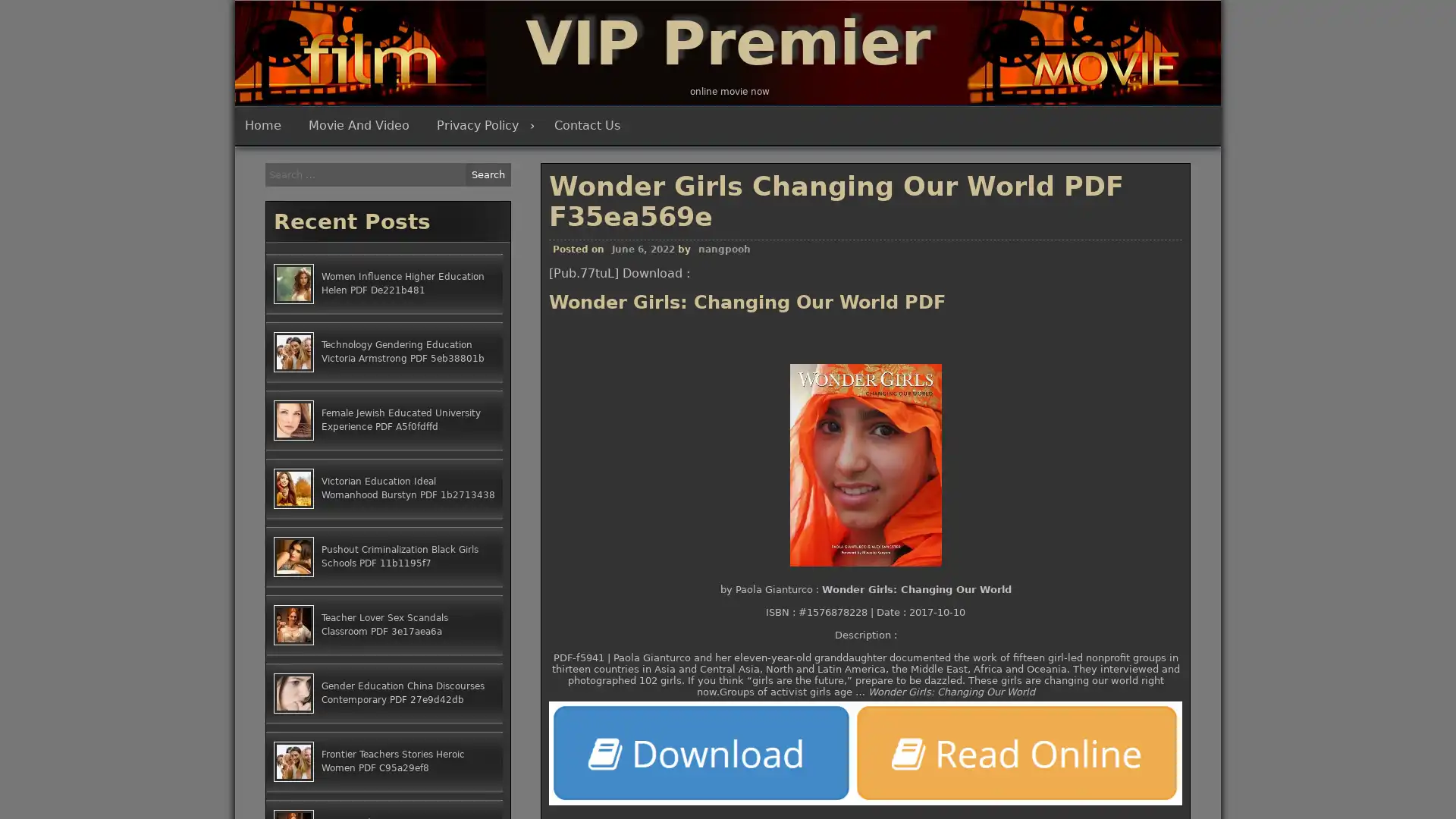  What do you see at coordinates (488, 174) in the screenshot?
I see `Search` at bounding box center [488, 174].